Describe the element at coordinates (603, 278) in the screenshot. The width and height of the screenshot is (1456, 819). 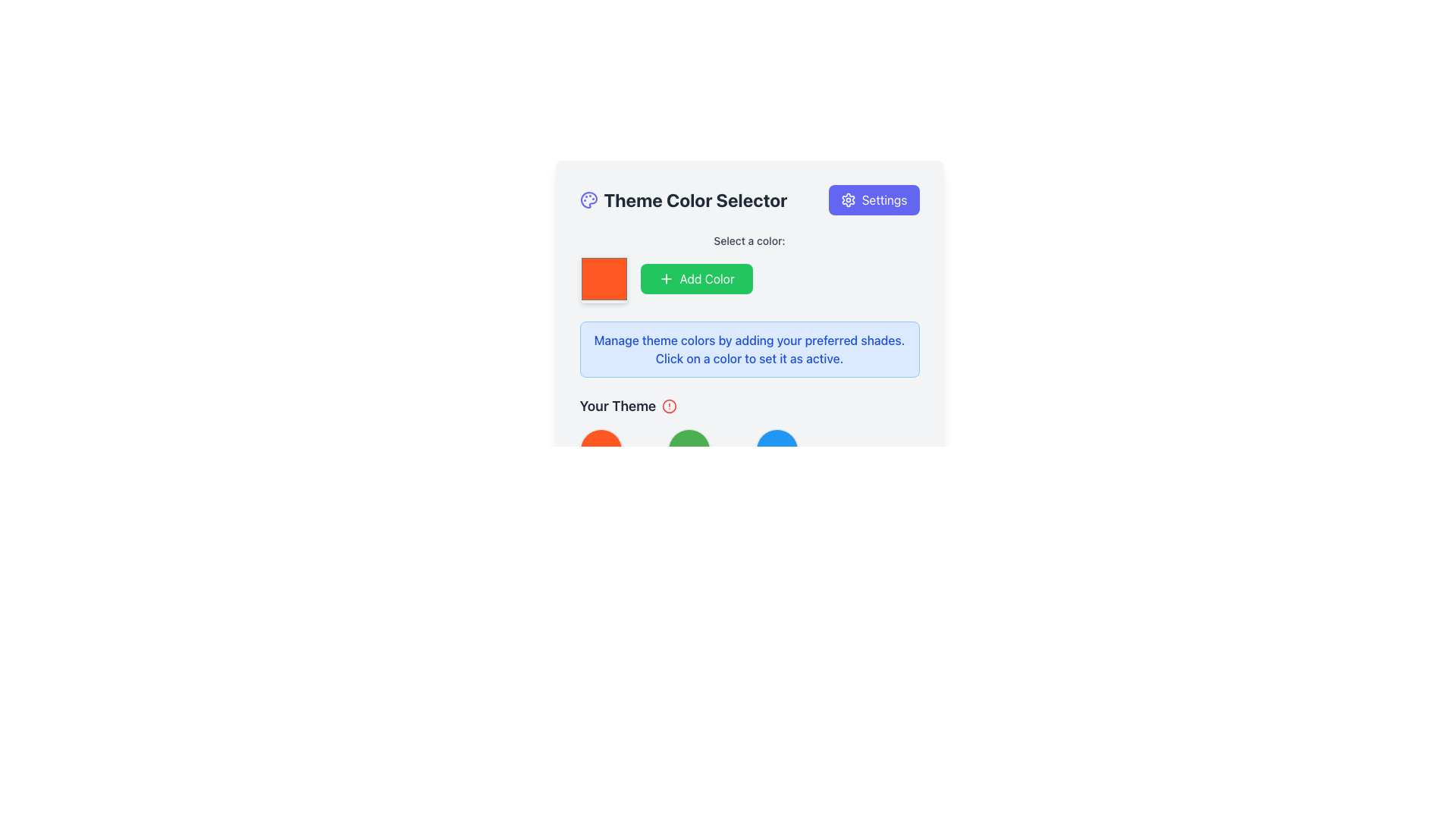
I see `the Color picker located in the 'Theme Color Selector' section` at that location.